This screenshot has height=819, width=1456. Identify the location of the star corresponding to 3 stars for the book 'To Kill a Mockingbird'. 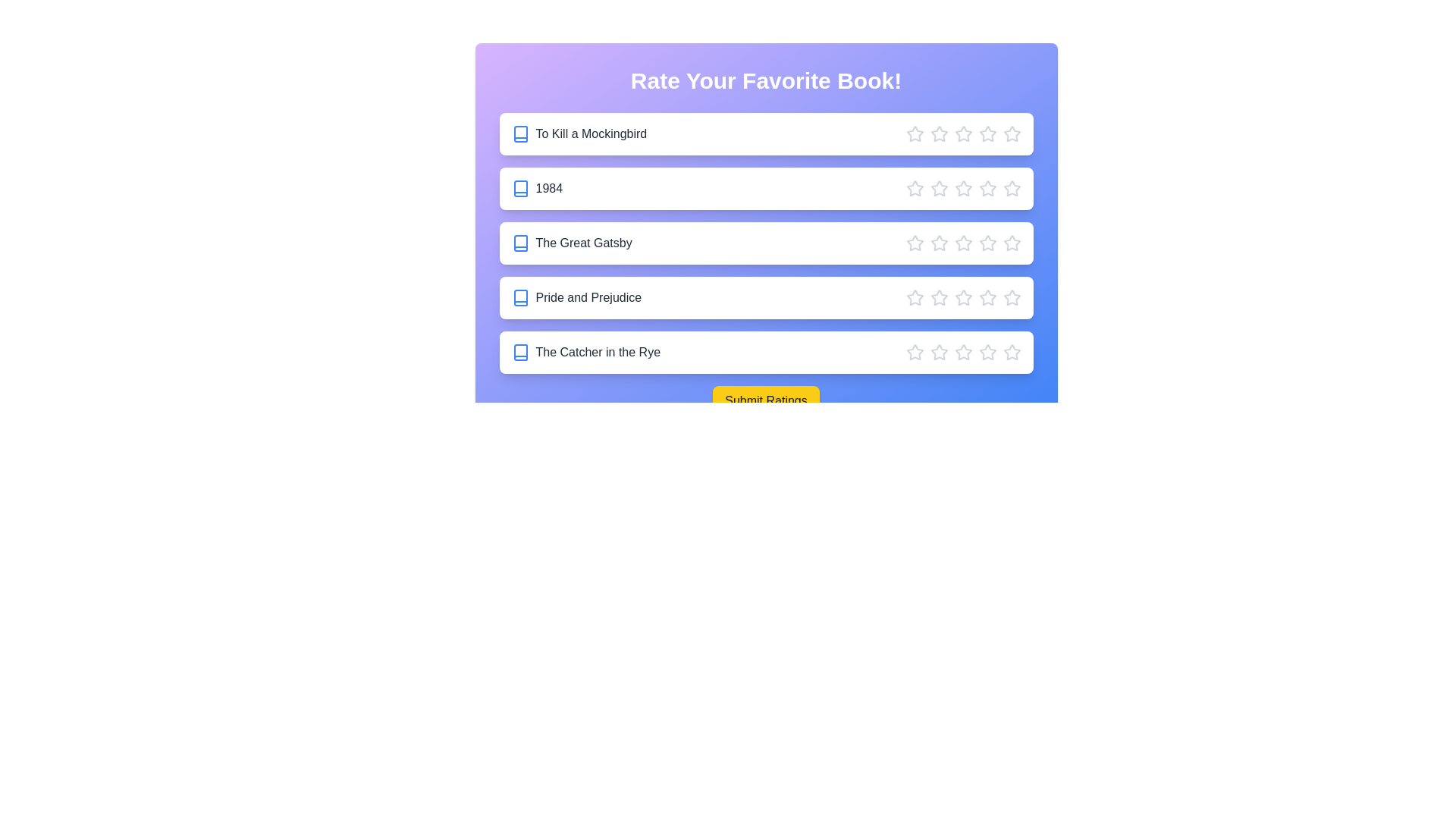
(962, 133).